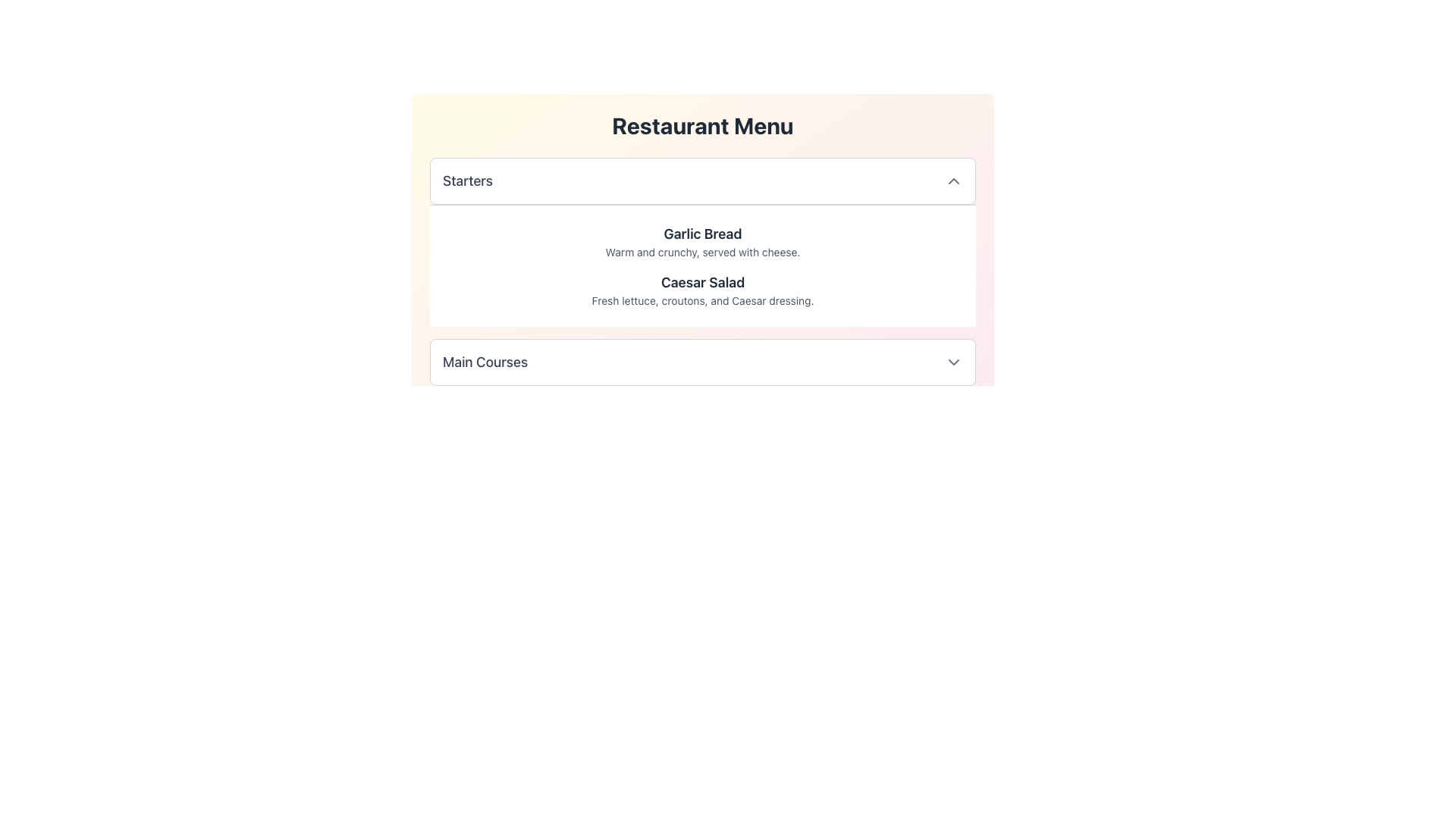 The height and width of the screenshot is (819, 1456). Describe the element at coordinates (485, 362) in the screenshot. I see `label for the menu category 'Main Courses', which indicates the section's contents and is used for interacting with the collapsible menu` at that location.